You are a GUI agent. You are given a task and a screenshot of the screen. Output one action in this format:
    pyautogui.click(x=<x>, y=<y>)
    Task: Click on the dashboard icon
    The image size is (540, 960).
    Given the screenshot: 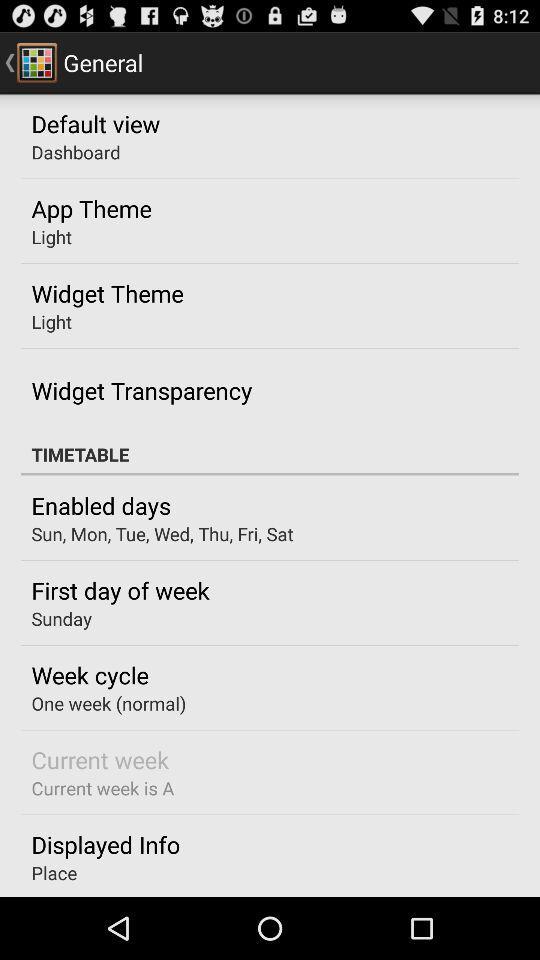 What is the action you would take?
    pyautogui.click(x=75, y=151)
    